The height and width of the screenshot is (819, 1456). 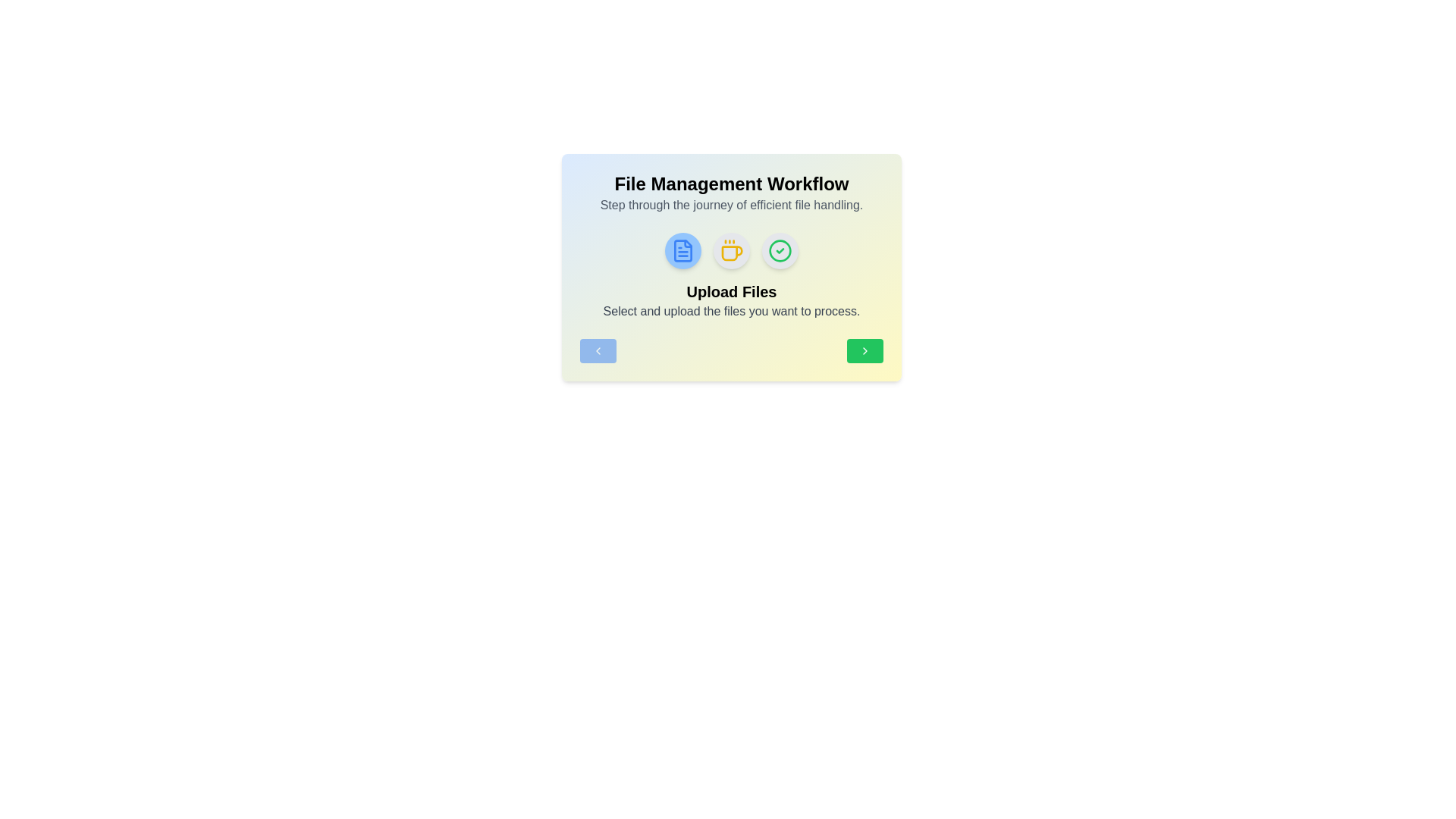 What do you see at coordinates (597, 350) in the screenshot?
I see `navigation button to move to the previous step` at bounding box center [597, 350].